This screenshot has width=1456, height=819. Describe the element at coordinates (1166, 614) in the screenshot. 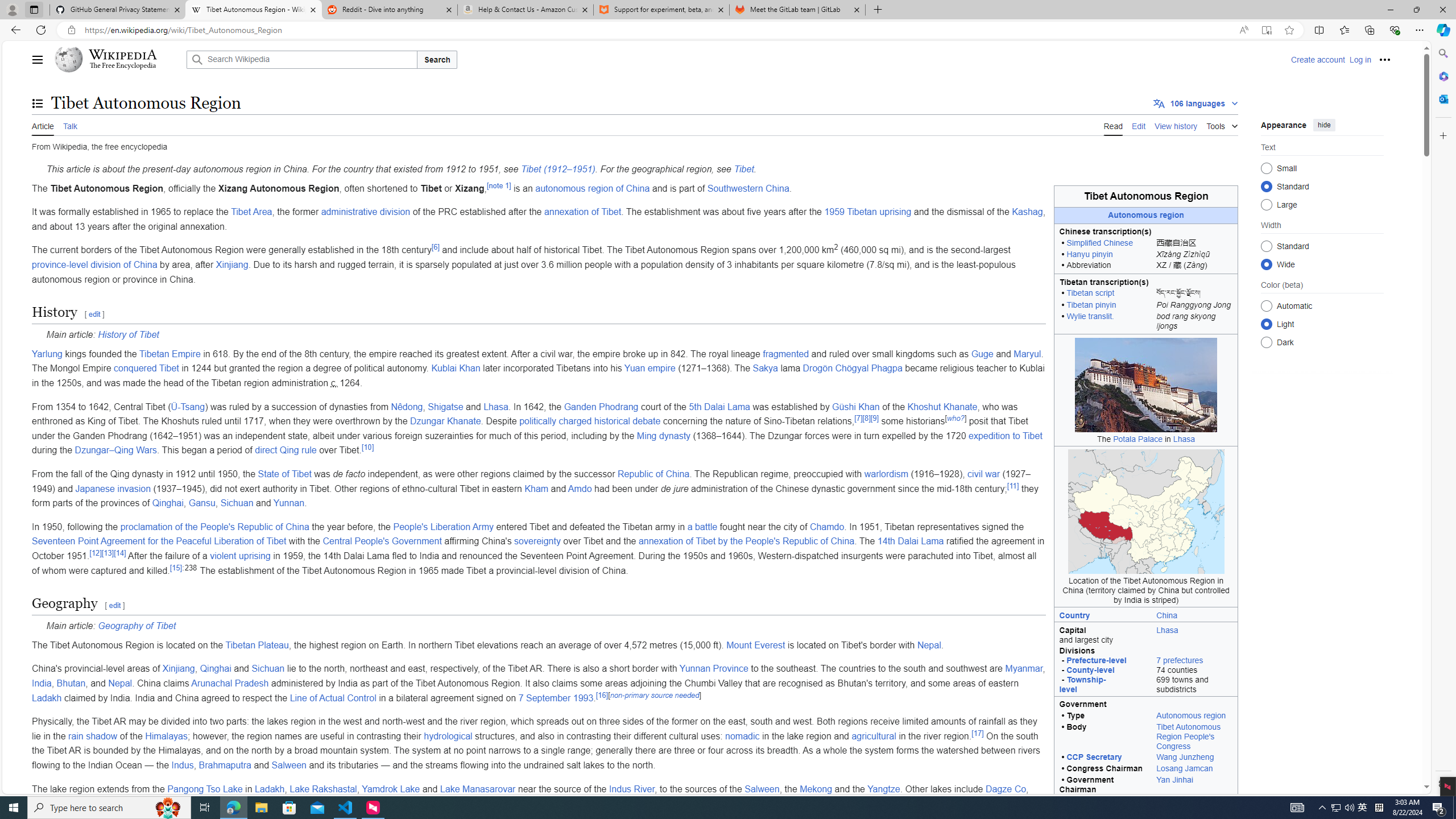

I see `'China'` at that location.